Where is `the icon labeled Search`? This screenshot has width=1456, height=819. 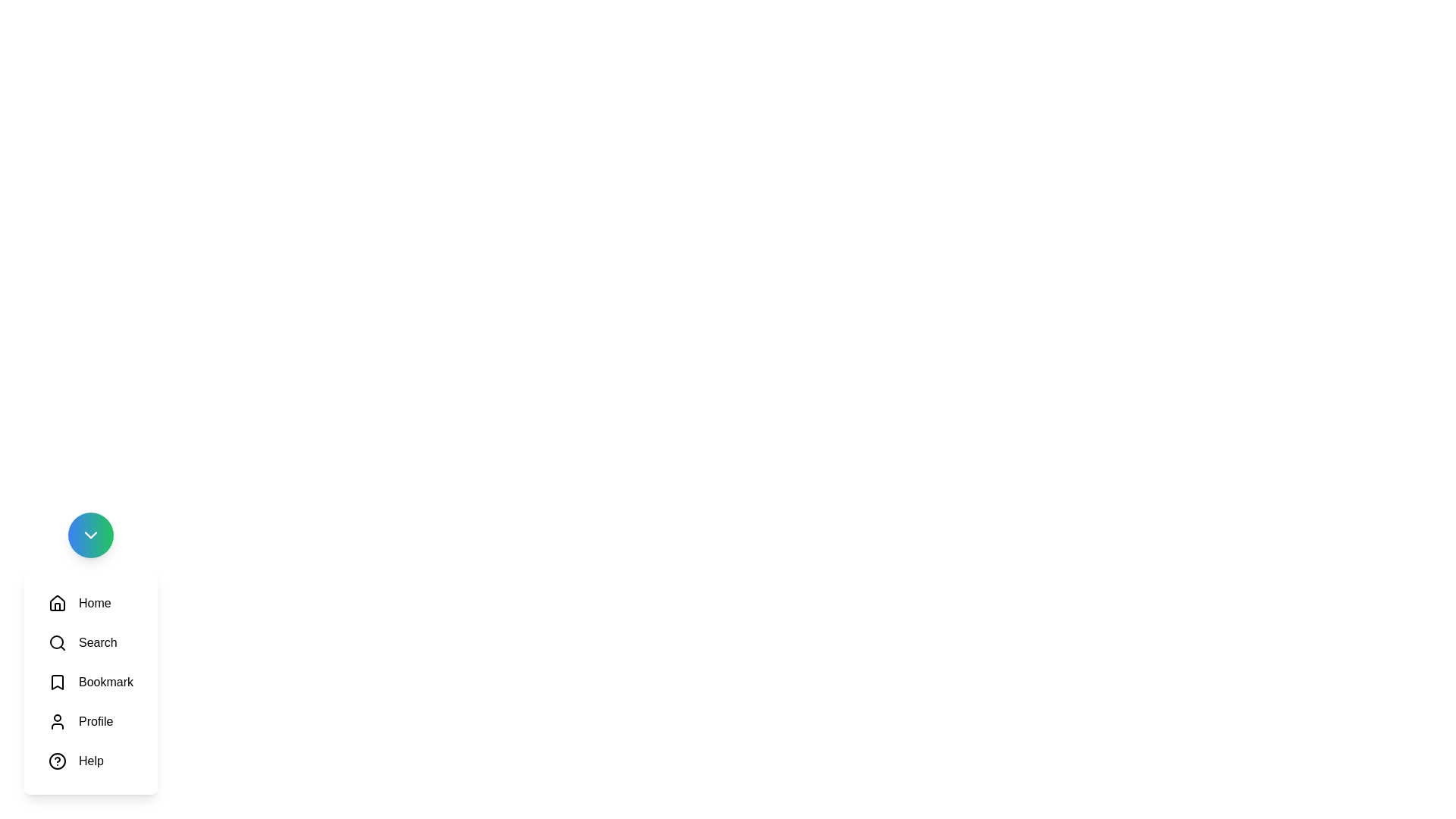
the icon labeled Search is located at coordinates (82, 643).